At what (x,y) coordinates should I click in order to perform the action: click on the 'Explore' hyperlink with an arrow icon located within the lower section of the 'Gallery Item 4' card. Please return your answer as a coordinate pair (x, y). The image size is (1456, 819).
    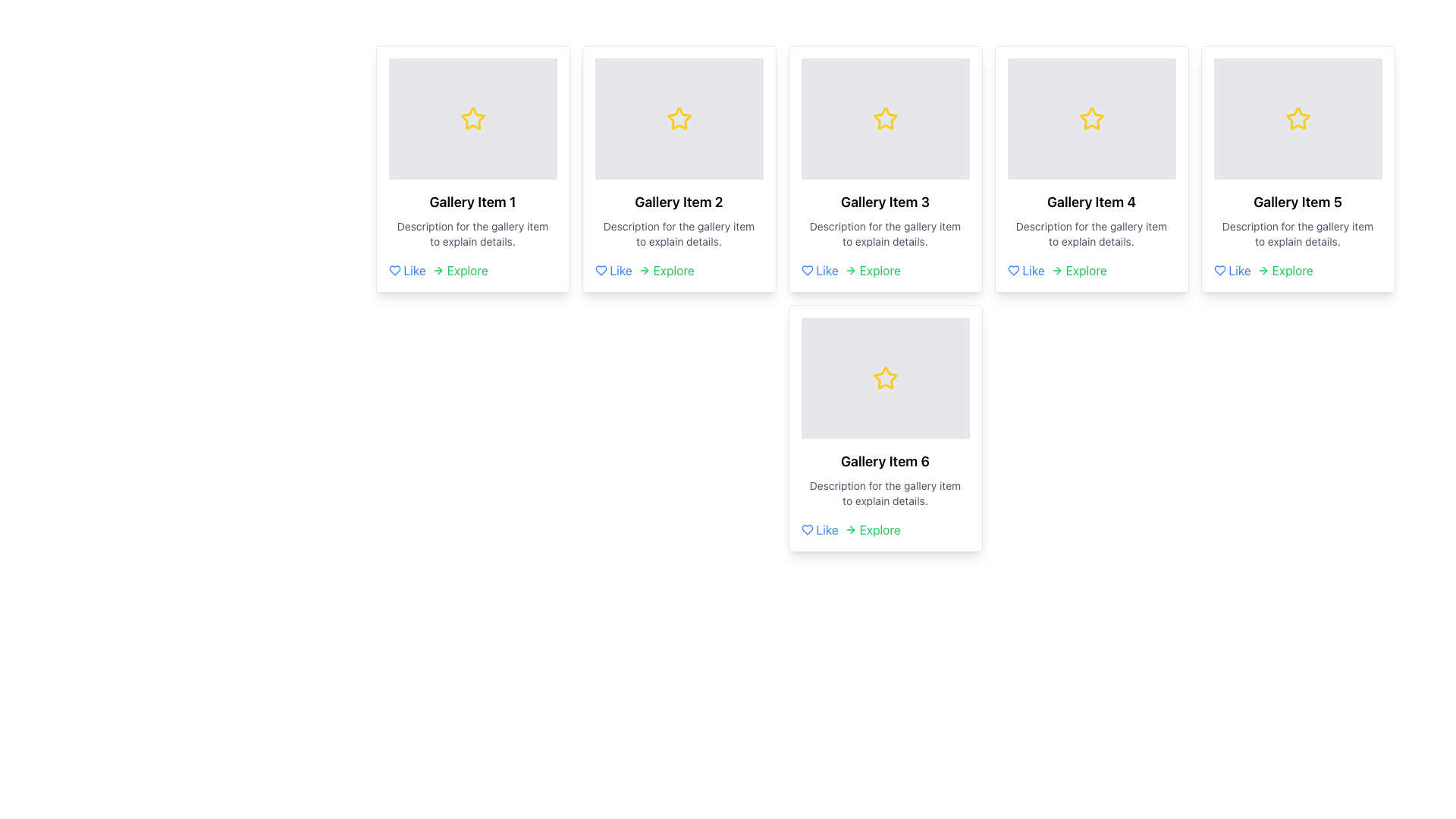
    Looking at the image, I should click on (1078, 270).